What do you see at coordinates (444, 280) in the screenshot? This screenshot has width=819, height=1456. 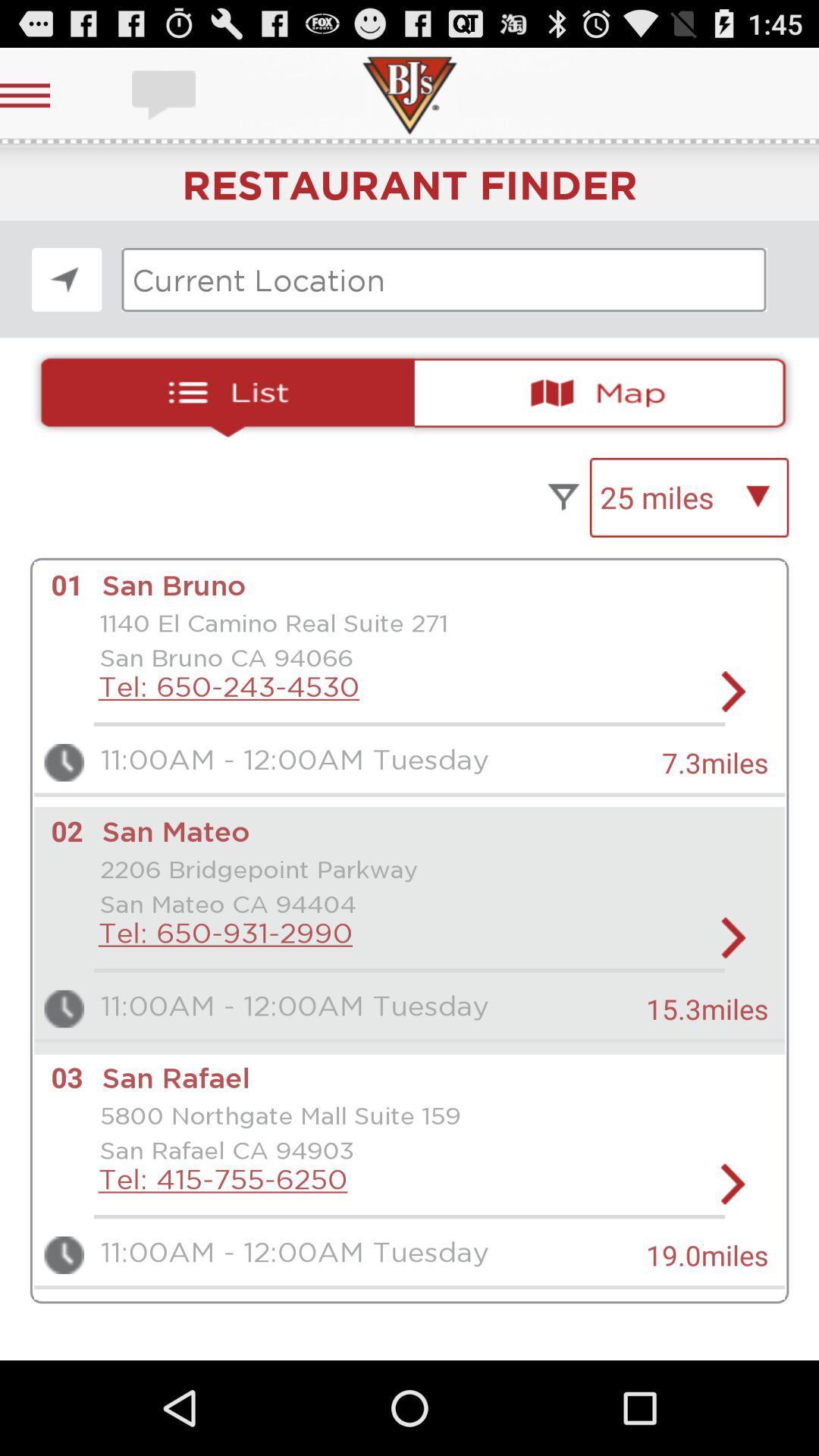 I see `input current location` at bounding box center [444, 280].